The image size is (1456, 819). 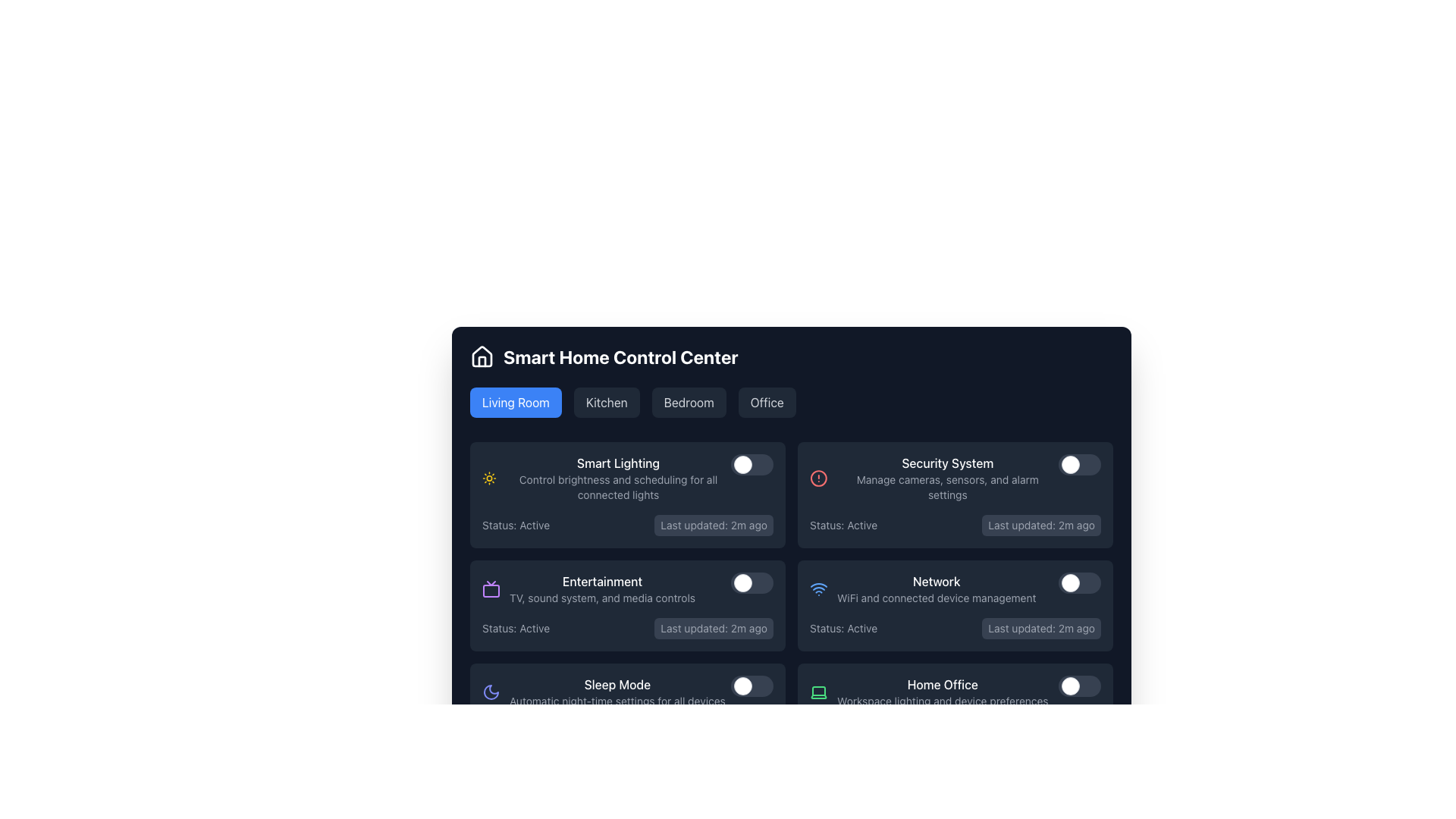 I want to click on the laptop icon located in the 'Home Office' section, which is a minimal green representation with a rectangular shape and rounded corners, so click(x=818, y=692).